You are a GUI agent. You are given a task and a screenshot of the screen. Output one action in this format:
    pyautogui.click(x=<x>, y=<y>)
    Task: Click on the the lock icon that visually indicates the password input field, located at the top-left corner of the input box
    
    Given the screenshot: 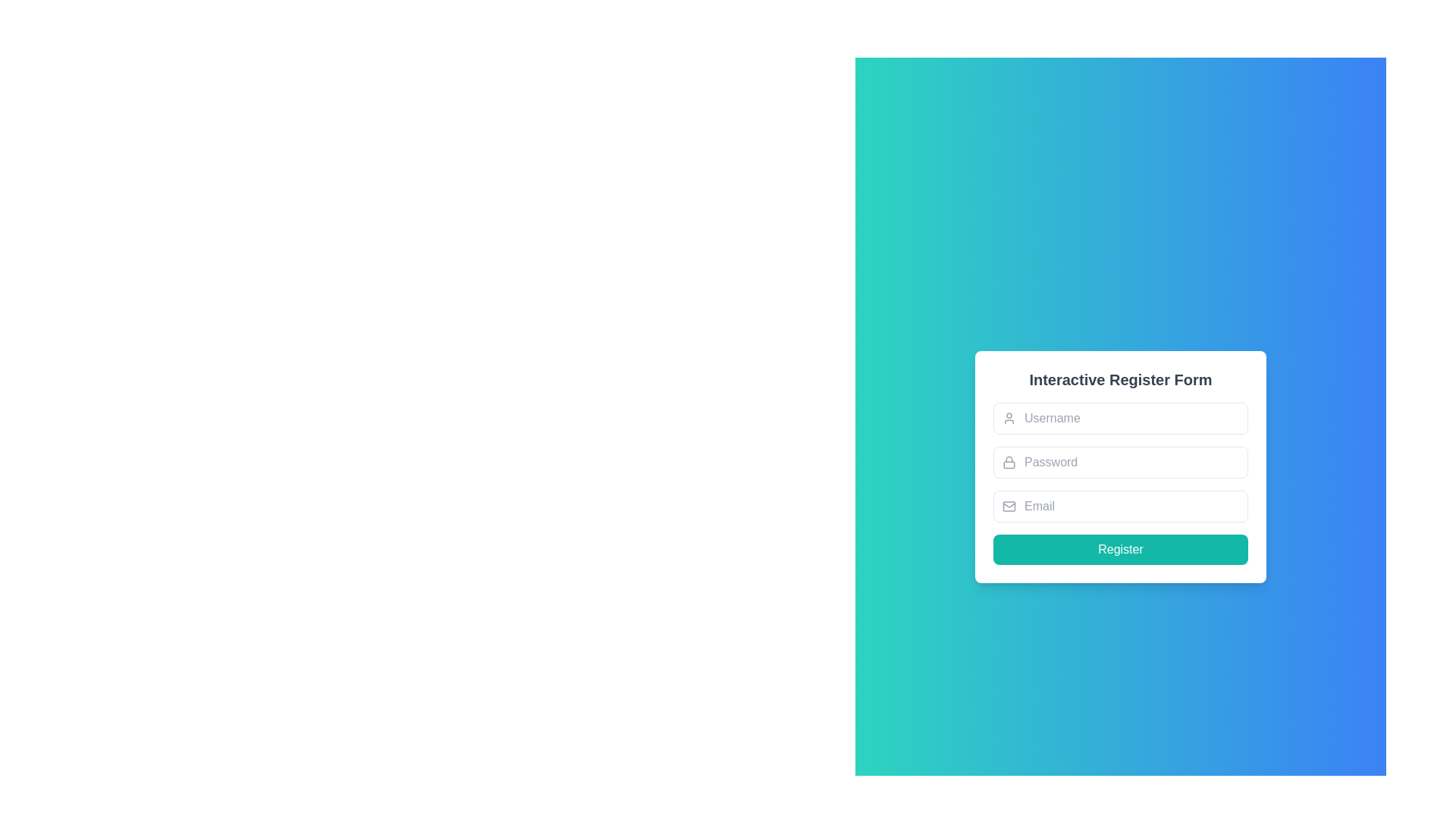 What is the action you would take?
    pyautogui.click(x=1009, y=461)
    